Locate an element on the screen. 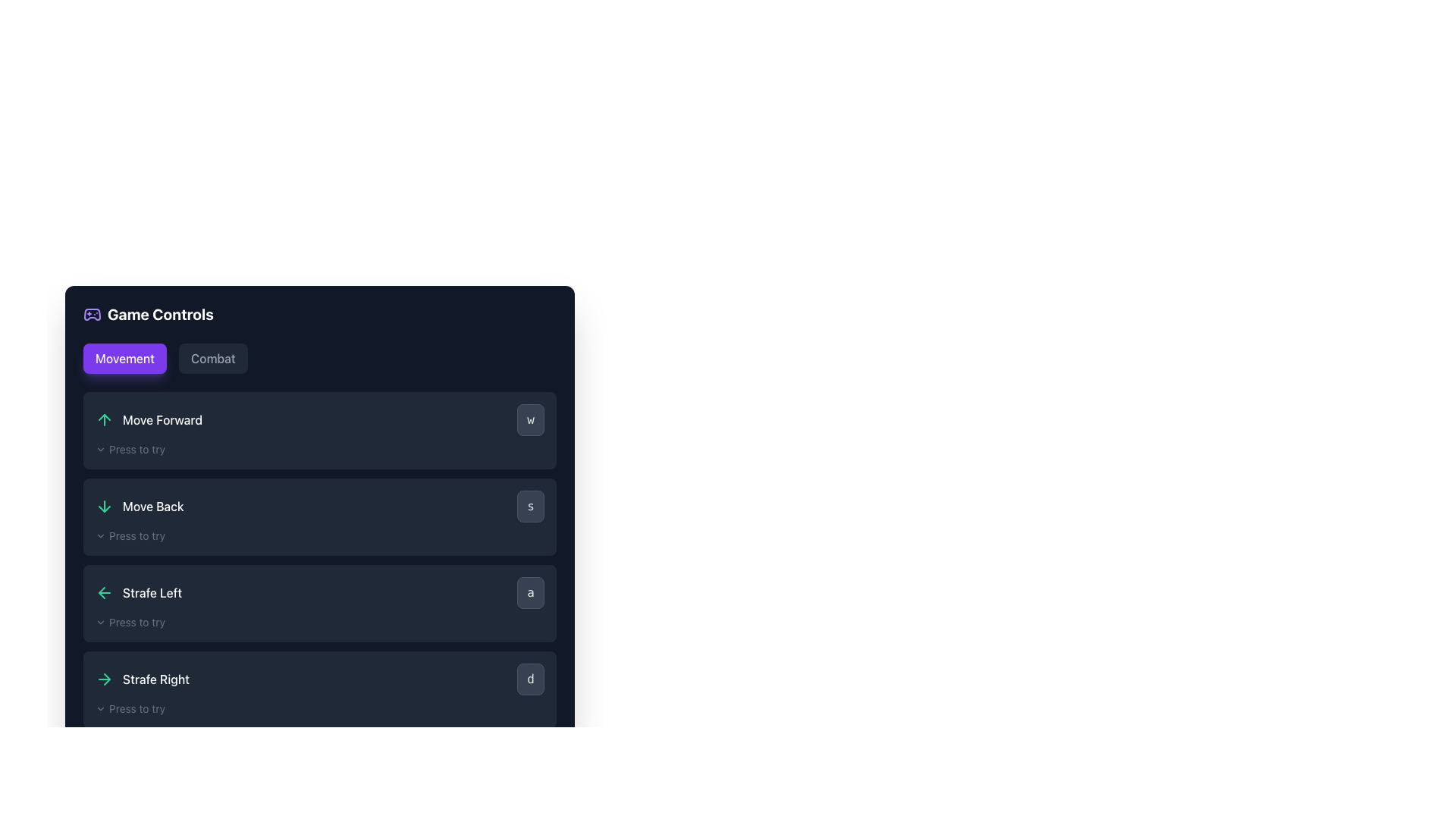 This screenshot has height=819, width=1456. the text label 'Strafe Left' which is displayed in white font on a dark background, part of the game controls section is located at coordinates (152, 592).